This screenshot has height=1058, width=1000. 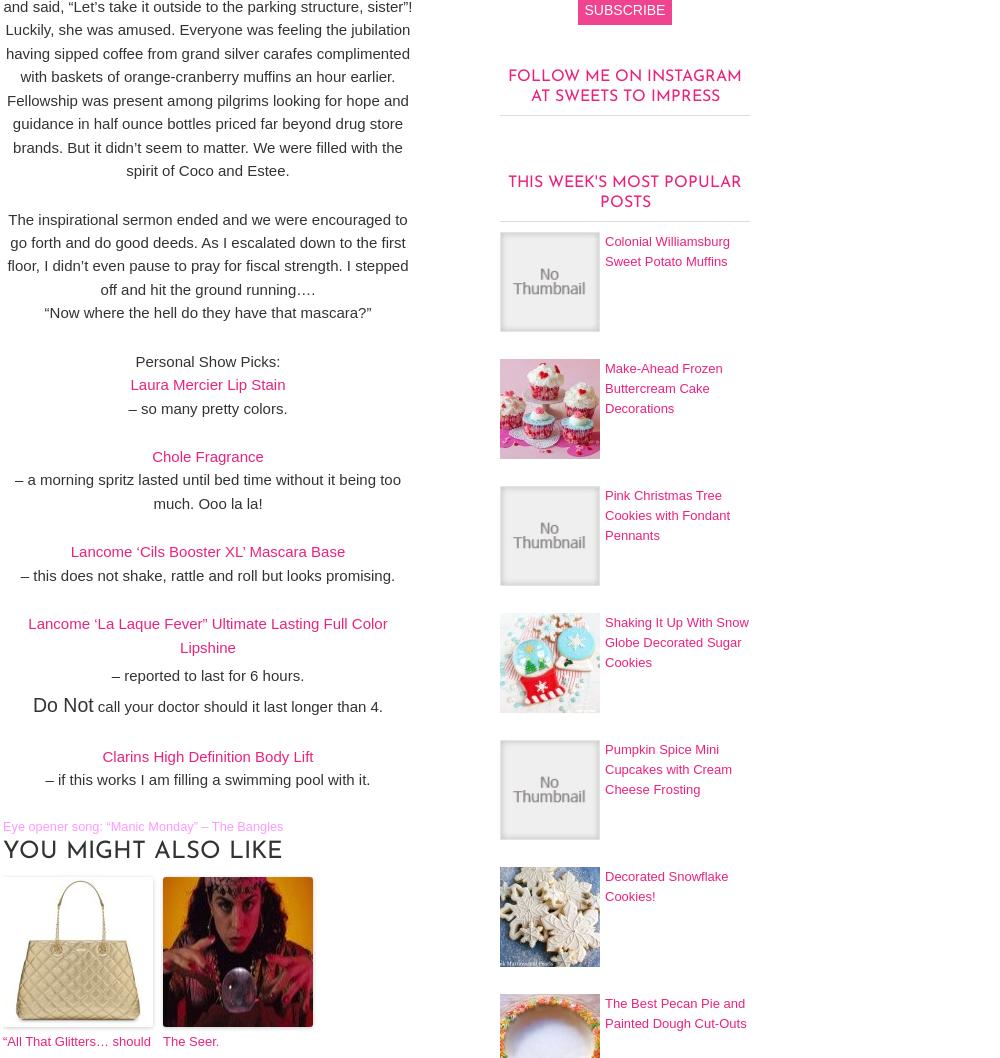 What do you see at coordinates (45, 779) in the screenshot?
I see `'– if this works I am filling a swimming pool with it.'` at bounding box center [45, 779].